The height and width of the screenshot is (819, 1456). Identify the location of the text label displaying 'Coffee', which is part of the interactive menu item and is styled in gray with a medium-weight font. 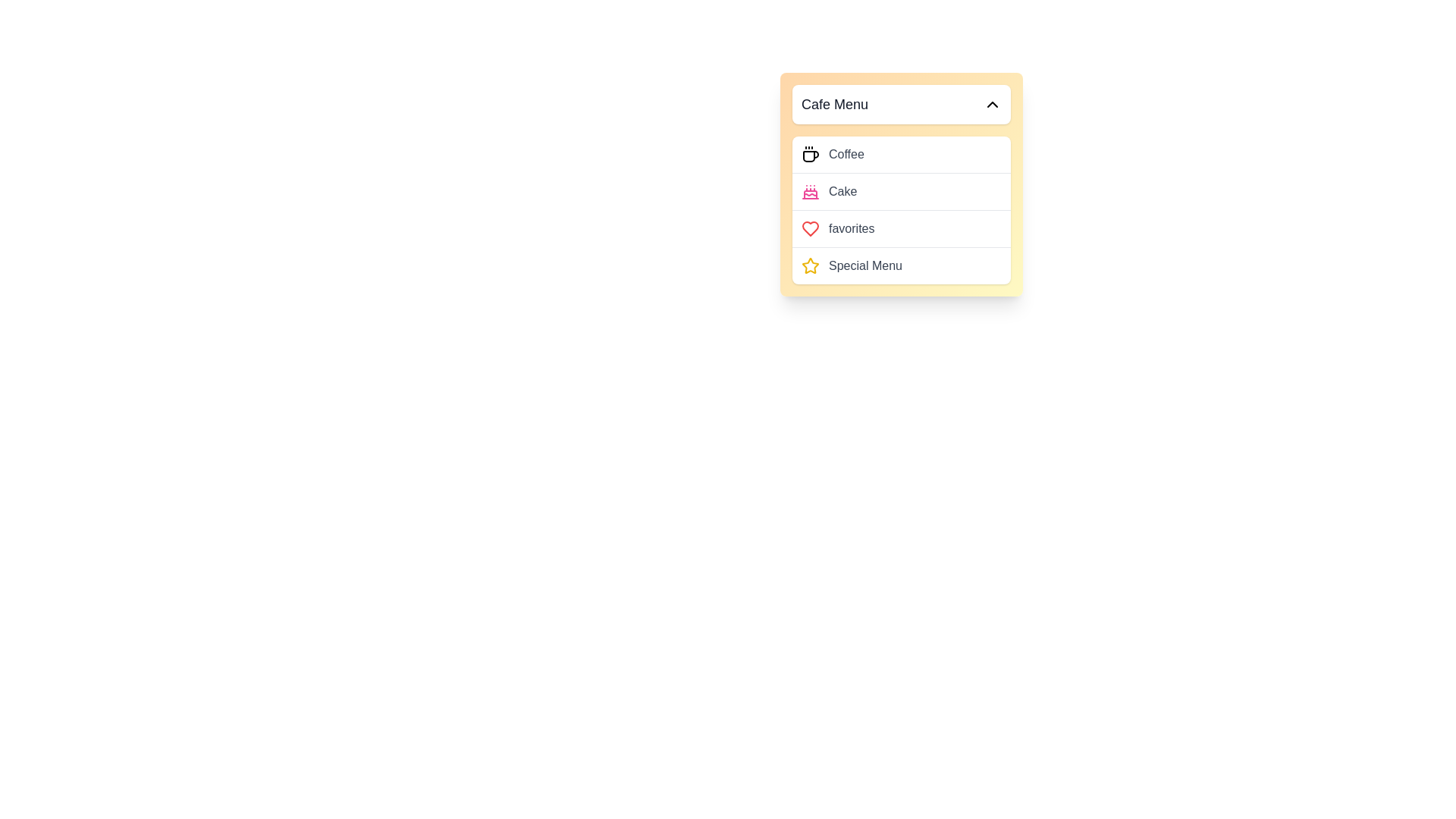
(846, 155).